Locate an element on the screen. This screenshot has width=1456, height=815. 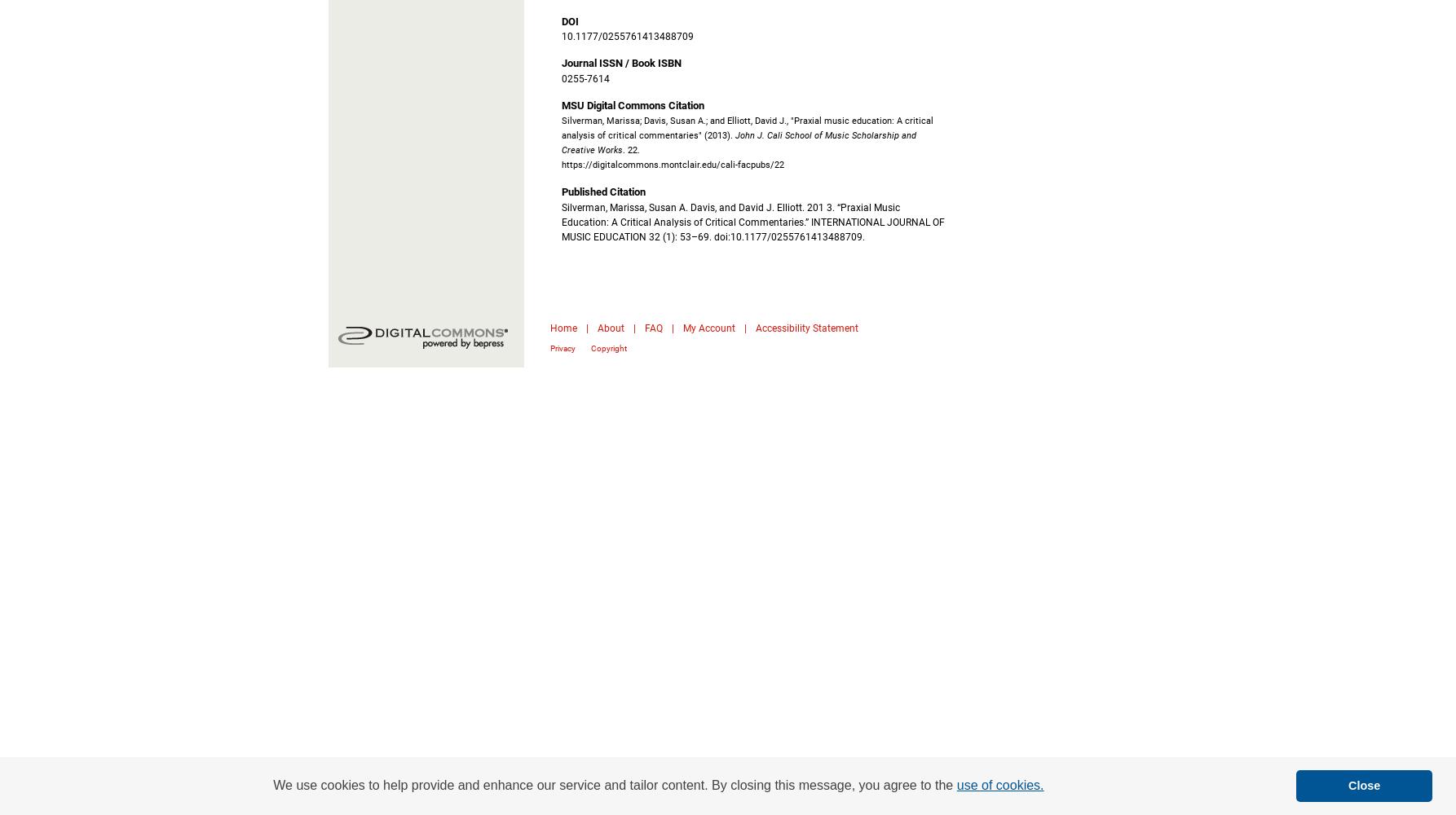
'We use cookies to help provide and enhance our service and tailor content. By closing this message, you agree to the' is located at coordinates (614, 784).